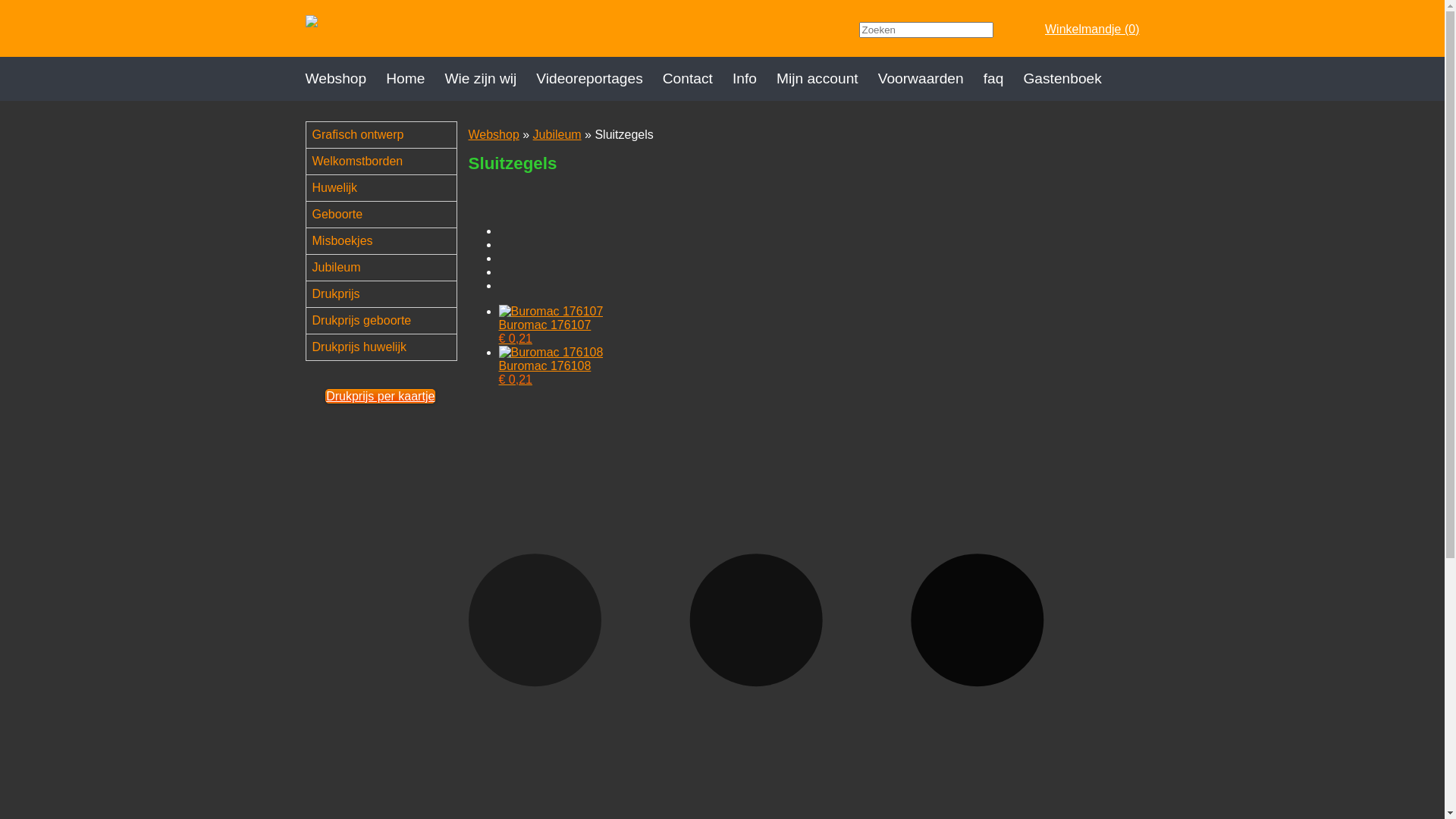 The image size is (1456, 819). I want to click on 'Drukprijs per kaartje', so click(380, 395).